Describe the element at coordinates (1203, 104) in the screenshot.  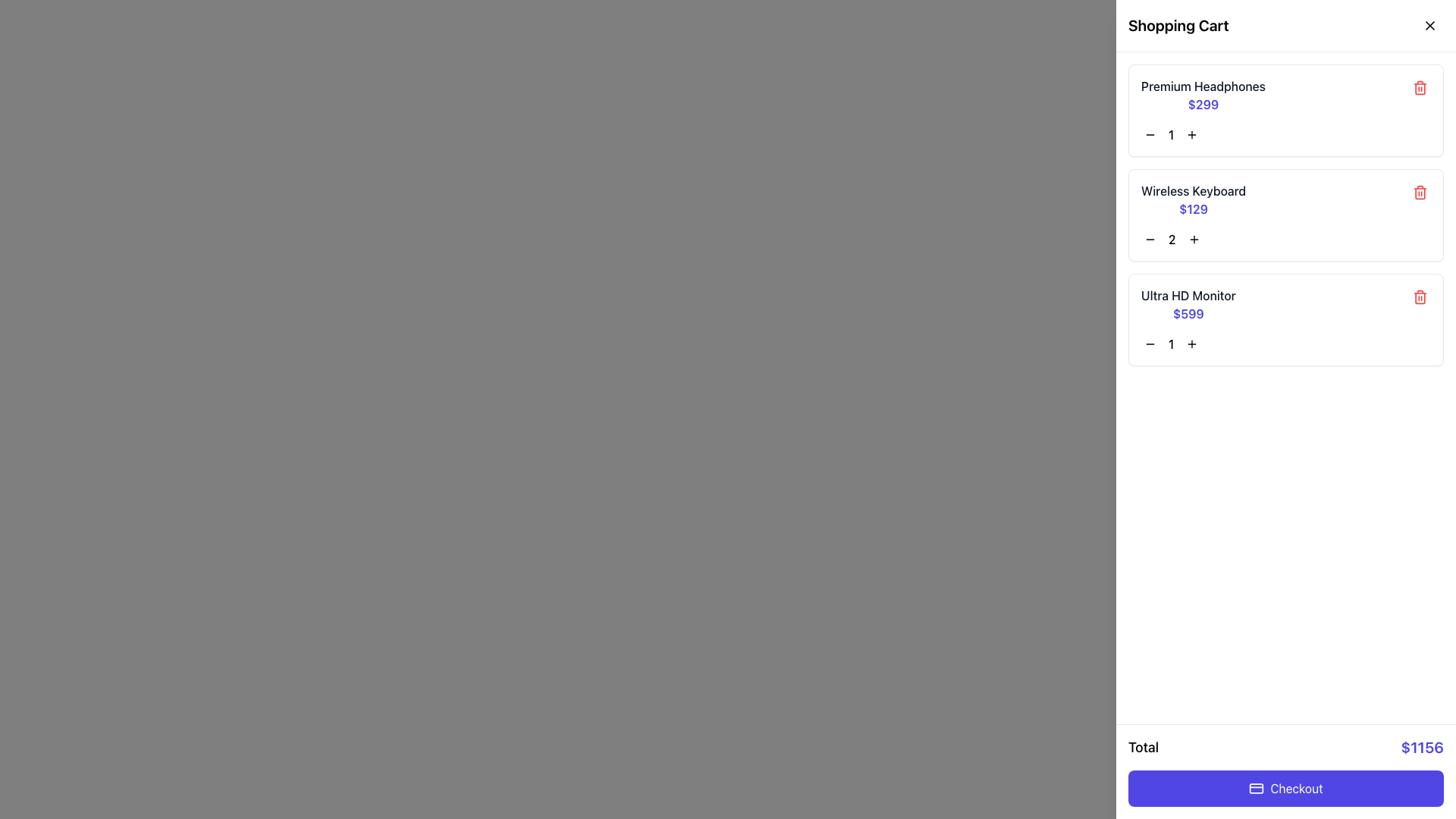
I see `the price display for the 'Premium Headphones' in the shopping cart interface, located below the product title` at that location.